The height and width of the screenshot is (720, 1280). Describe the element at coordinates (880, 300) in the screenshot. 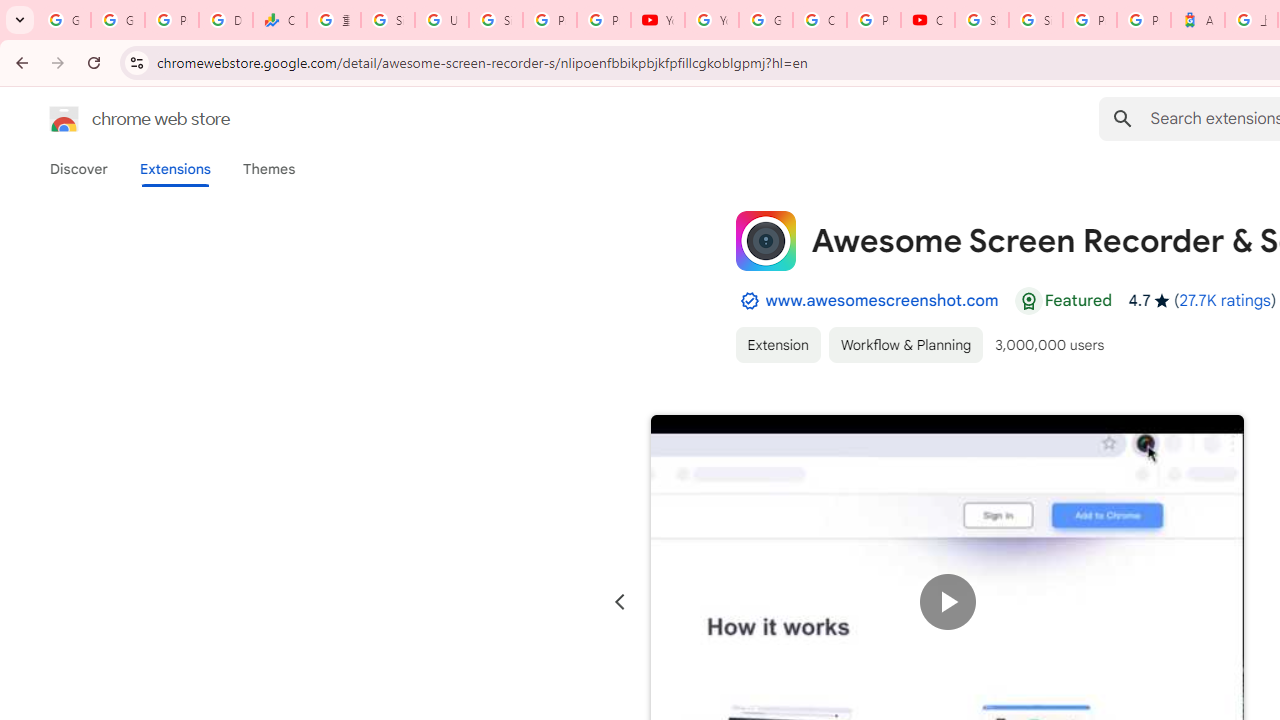

I see `'www.awesomescreenshot.com'` at that location.